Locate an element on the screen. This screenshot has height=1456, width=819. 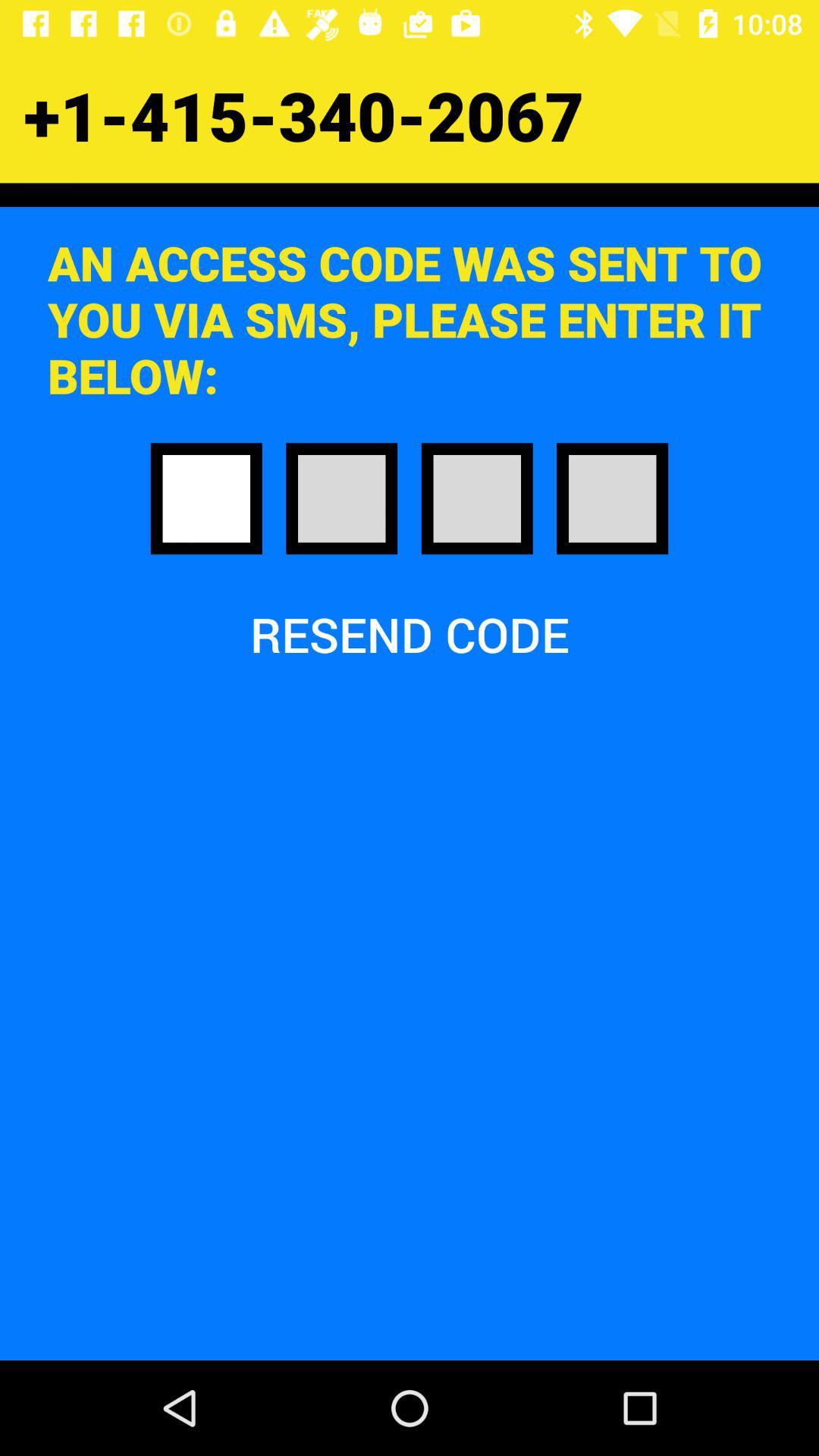
the resend code icon is located at coordinates (409, 634).